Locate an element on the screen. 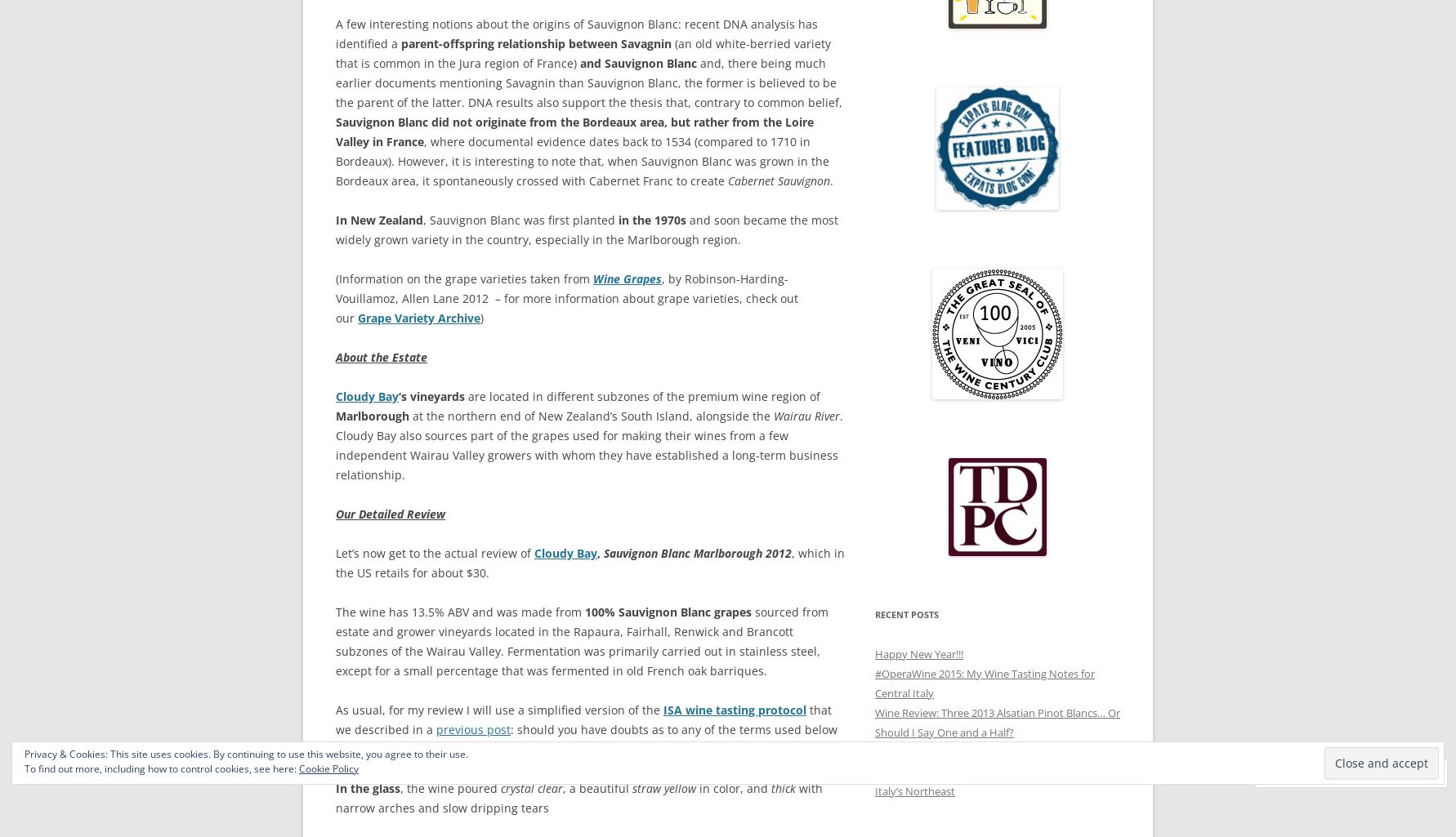  '. Cloudy Bay also sources part of the grapes used for making their wines from a few independent Wairau Valley growers with whom they have established a long-term business relationship.' is located at coordinates (589, 444).